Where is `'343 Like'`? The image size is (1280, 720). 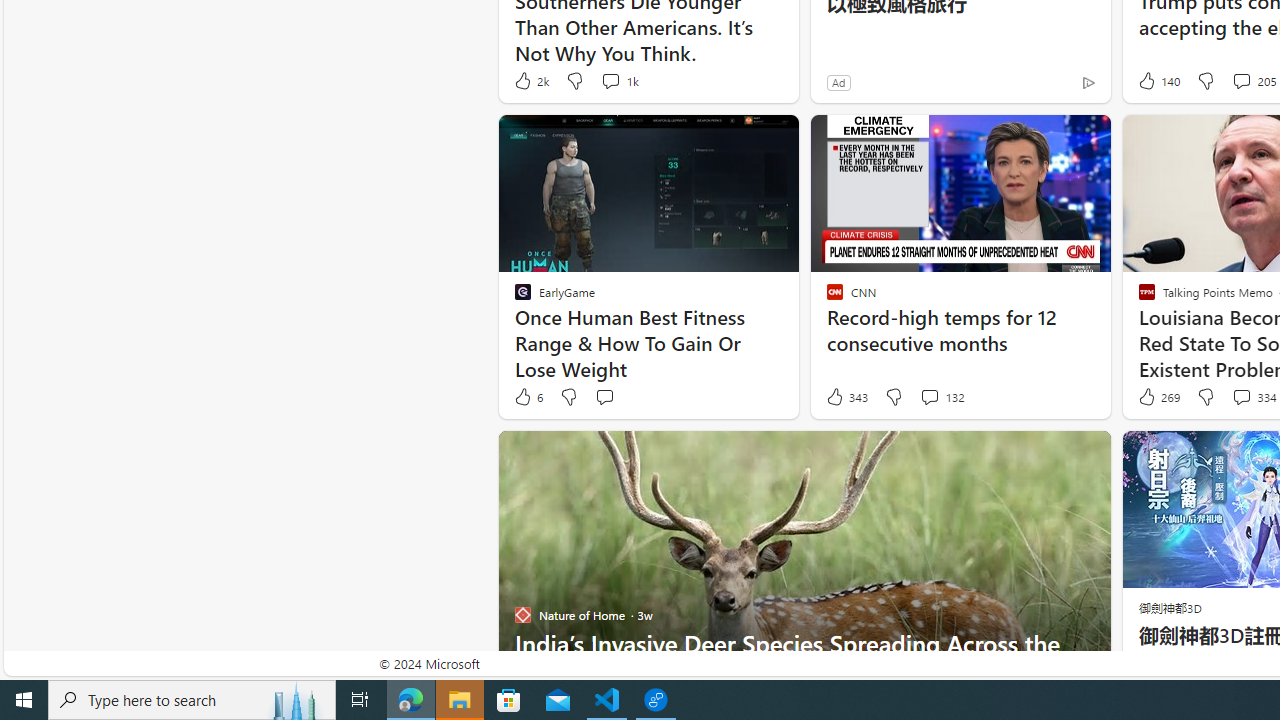 '343 Like' is located at coordinates (846, 397).